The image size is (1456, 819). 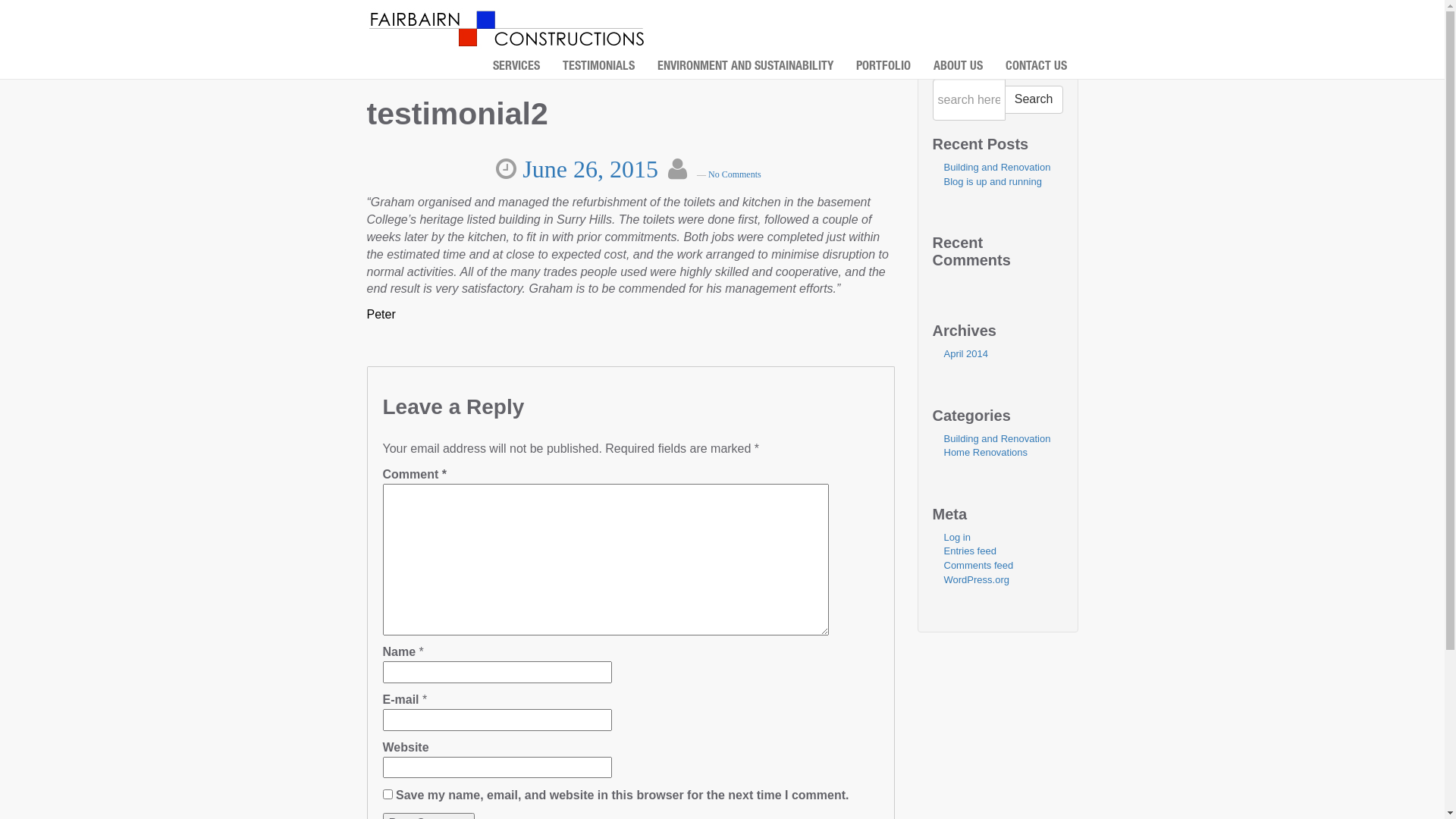 I want to click on 'Home Renovations', so click(x=985, y=451).